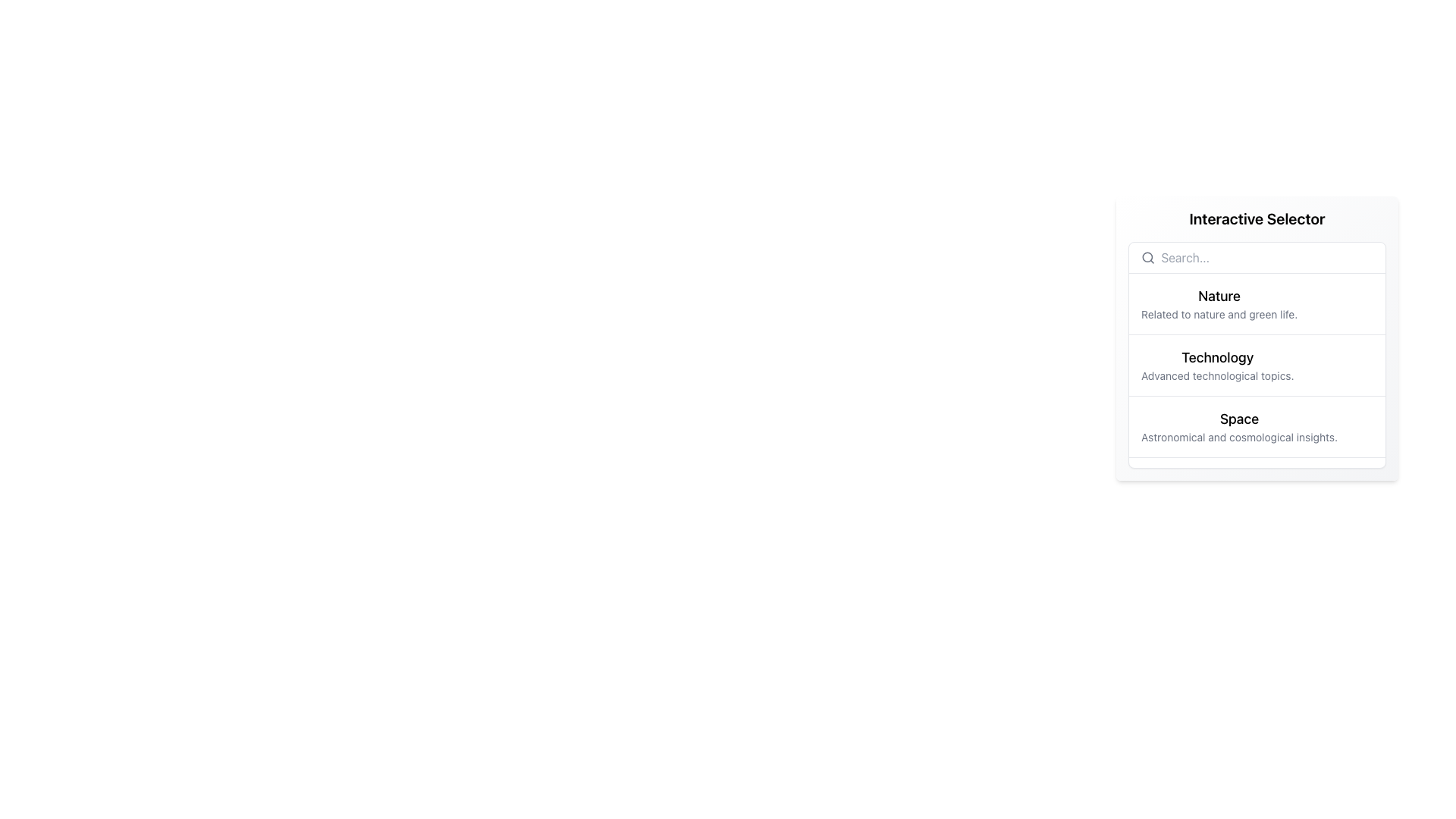 The height and width of the screenshot is (819, 1456). I want to click on the 'Technology' selectable list item, which is the second option in the list located below the search input field, so click(1257, 354).